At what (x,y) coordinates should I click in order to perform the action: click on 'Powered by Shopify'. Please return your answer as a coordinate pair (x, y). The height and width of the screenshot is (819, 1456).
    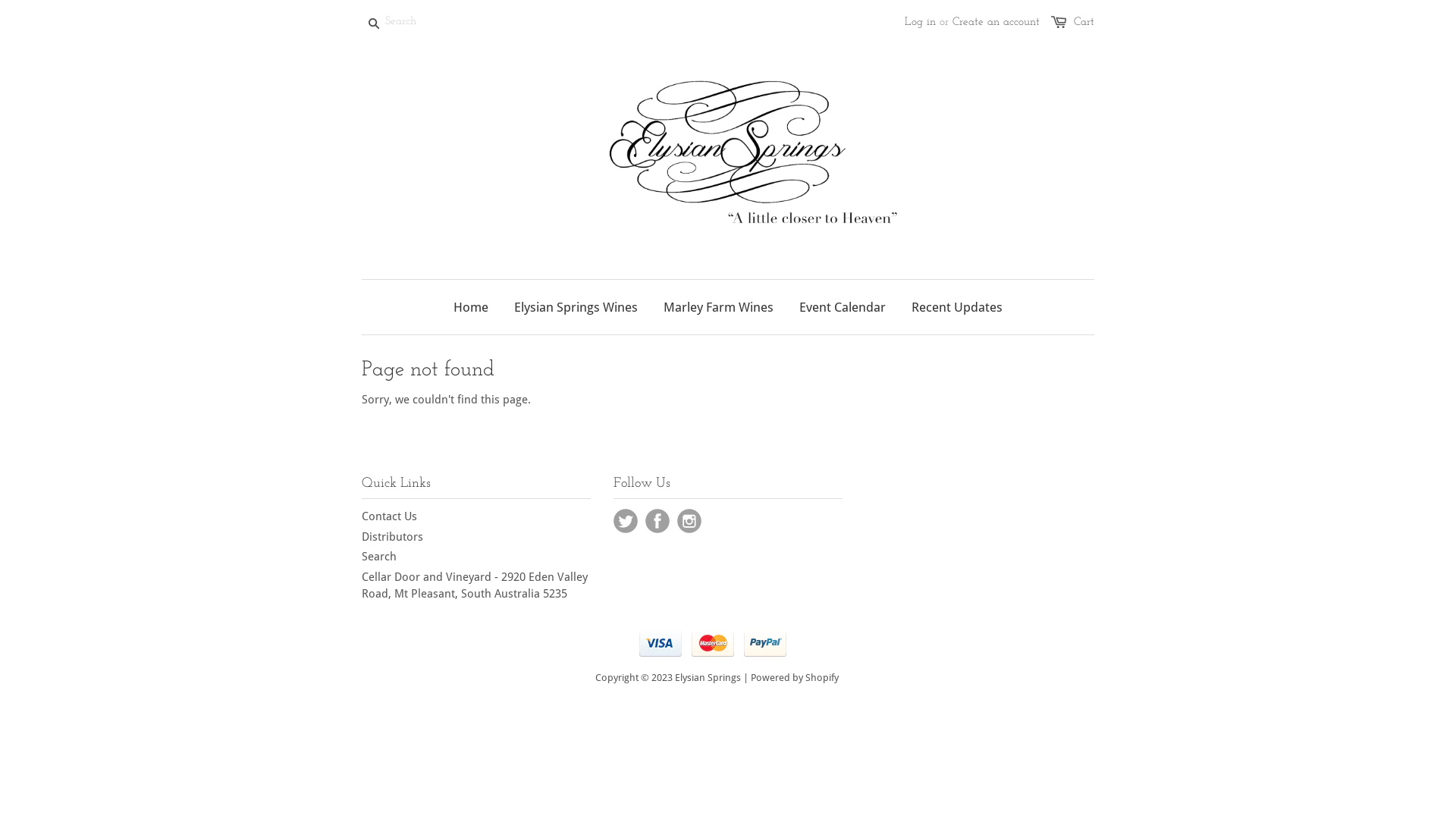
    Looking at the image, I should click on (750, 676).